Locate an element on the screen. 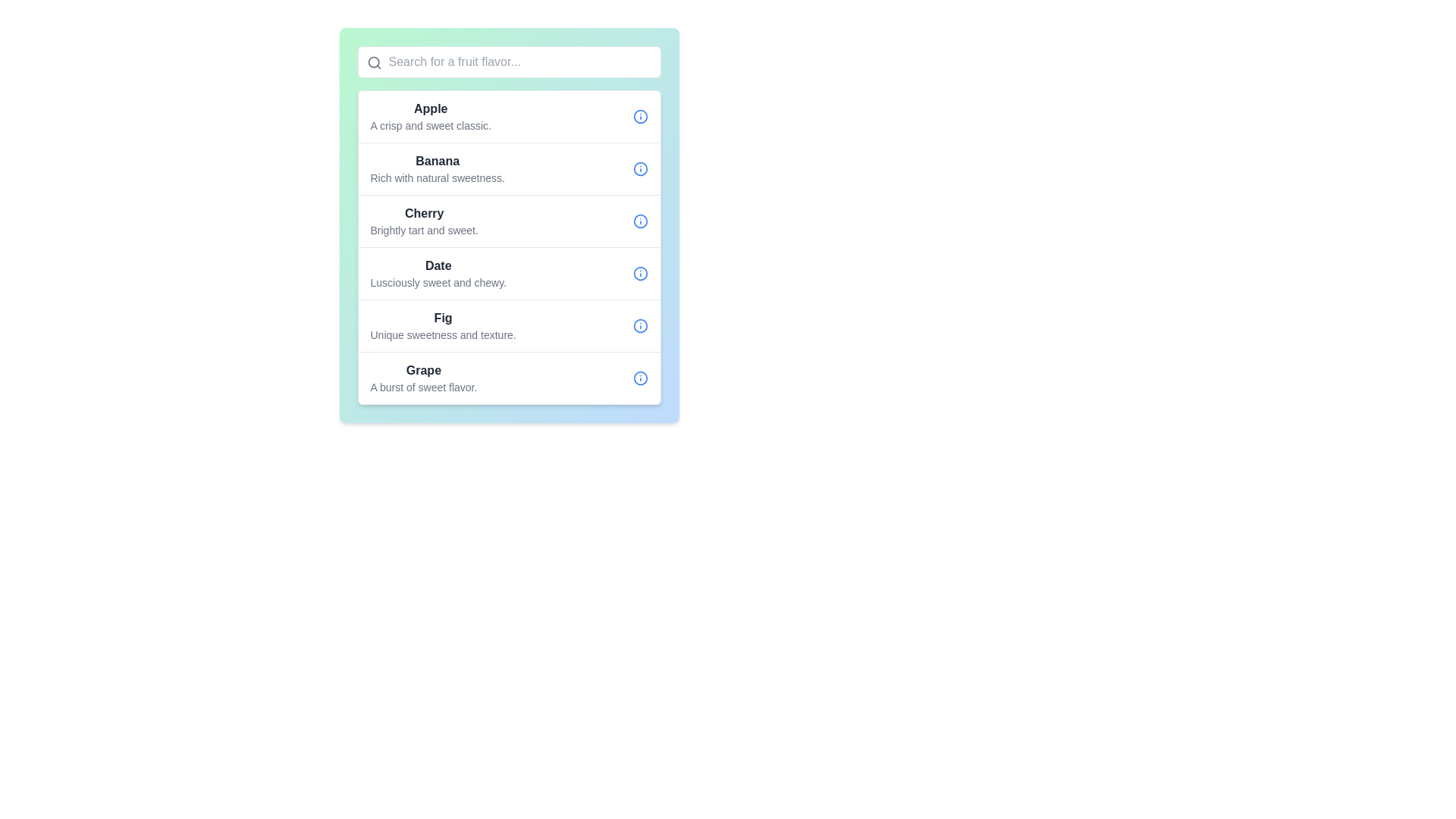 This screenshot has width=1456, height=819. the text block displaying the label 'Banana' and its description 'Rich with natural sweetness', which is positioned below 'Apple' and above 'Cherry' is located at coordinates (437, 169).